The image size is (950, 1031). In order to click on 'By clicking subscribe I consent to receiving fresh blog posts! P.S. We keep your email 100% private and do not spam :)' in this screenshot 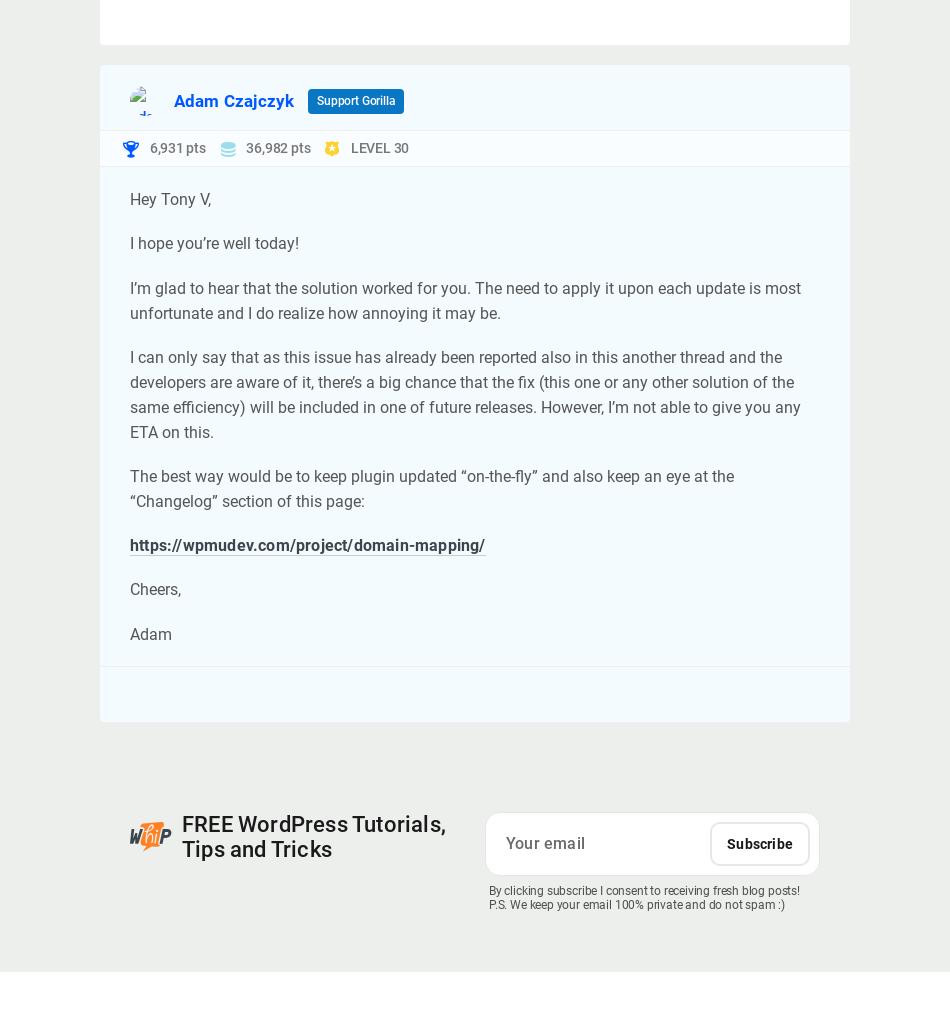, I will do `click(488, 896)`.